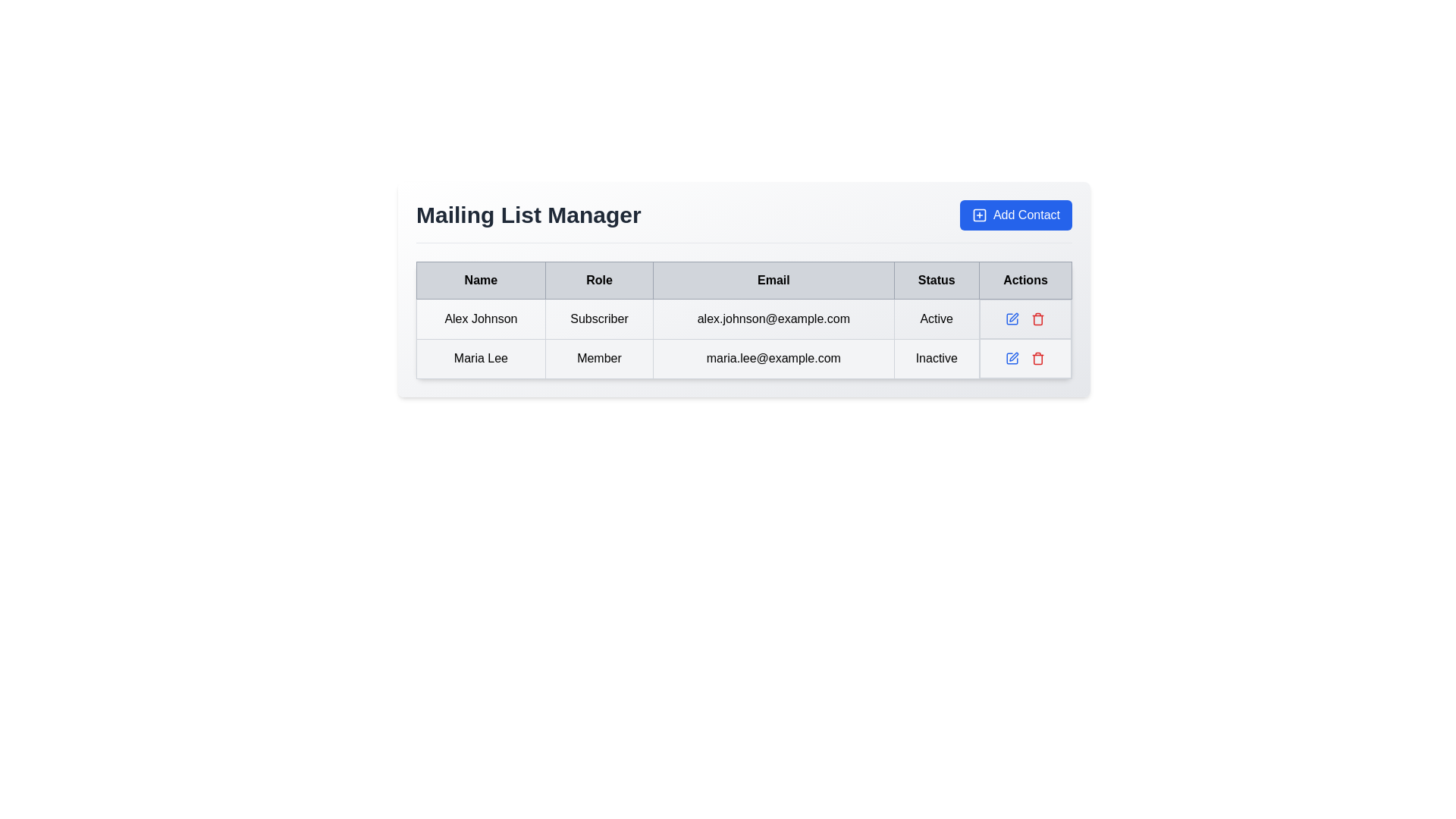 The height and width of the screenshot is (819, 1456). What do you see at coordinates (1025, 318) in the screenshot?
I see `the delete icon located in the 'Actions' column of the row corresponding to 'Alex Johnson' to initiate a delete action` at bounding box center [1025, 318].